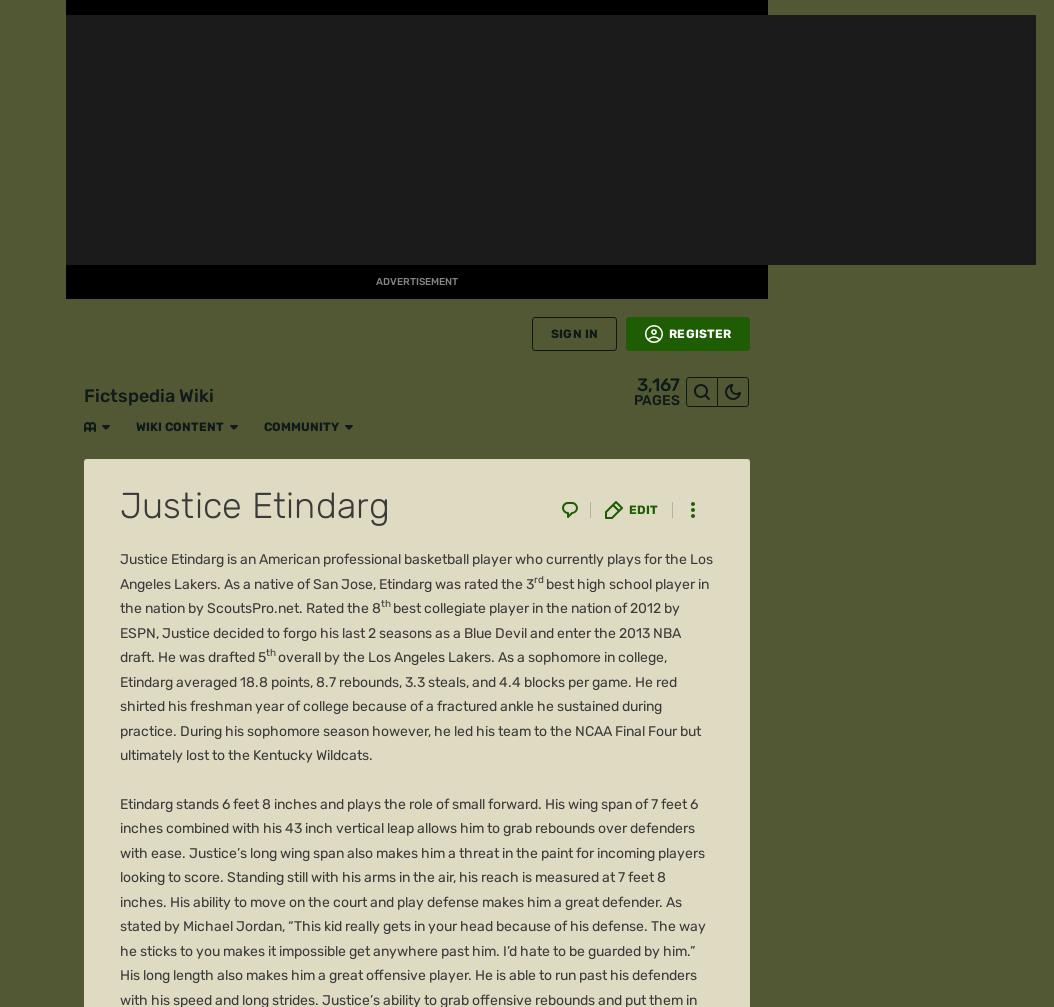  I want to click on 'Explore properties', so click(151, 958).